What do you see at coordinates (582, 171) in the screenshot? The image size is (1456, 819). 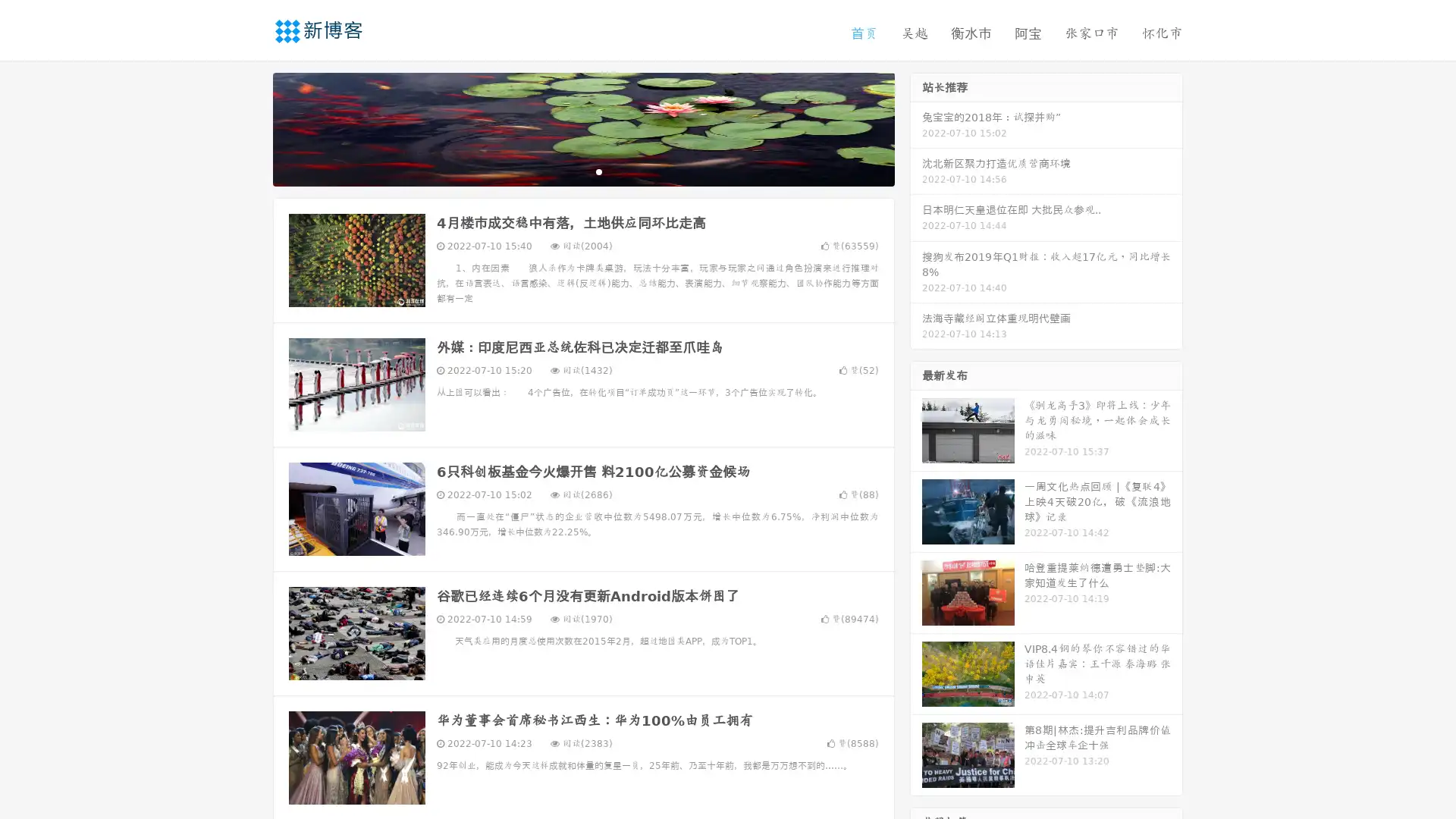 I see `Go to slide 2` at bounding box center [582, 171].